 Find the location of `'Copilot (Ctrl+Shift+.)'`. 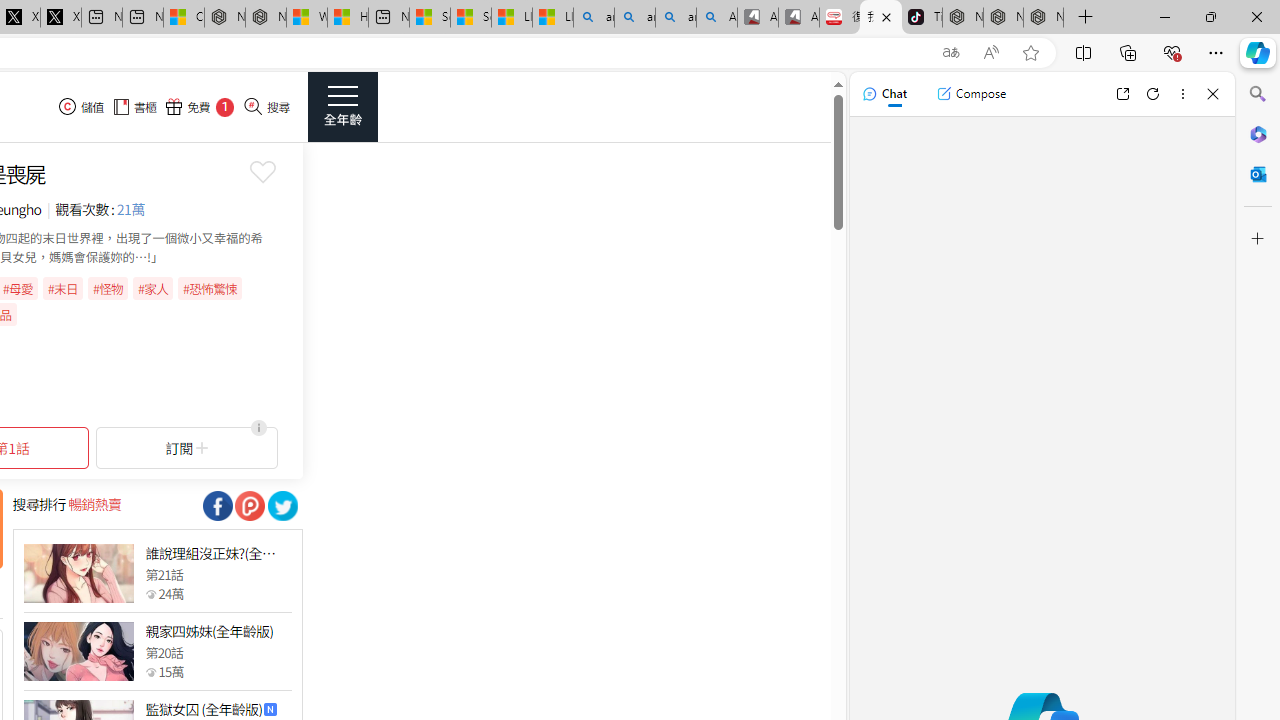

'Copilot (Ctrl+Shift+.)' is located at coordinates (1257, 51).